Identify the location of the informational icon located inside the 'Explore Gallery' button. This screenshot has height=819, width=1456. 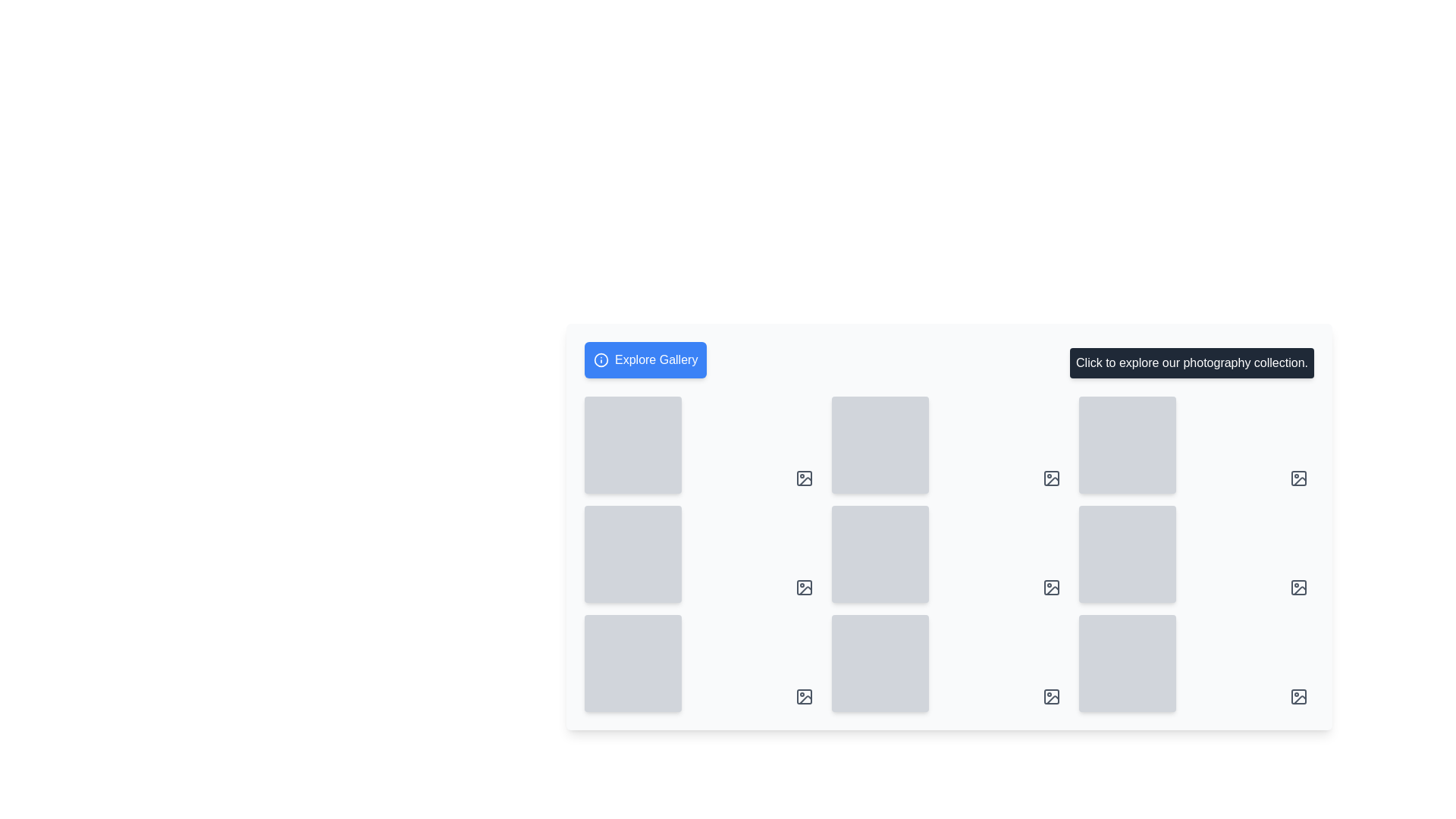
(600, 359).